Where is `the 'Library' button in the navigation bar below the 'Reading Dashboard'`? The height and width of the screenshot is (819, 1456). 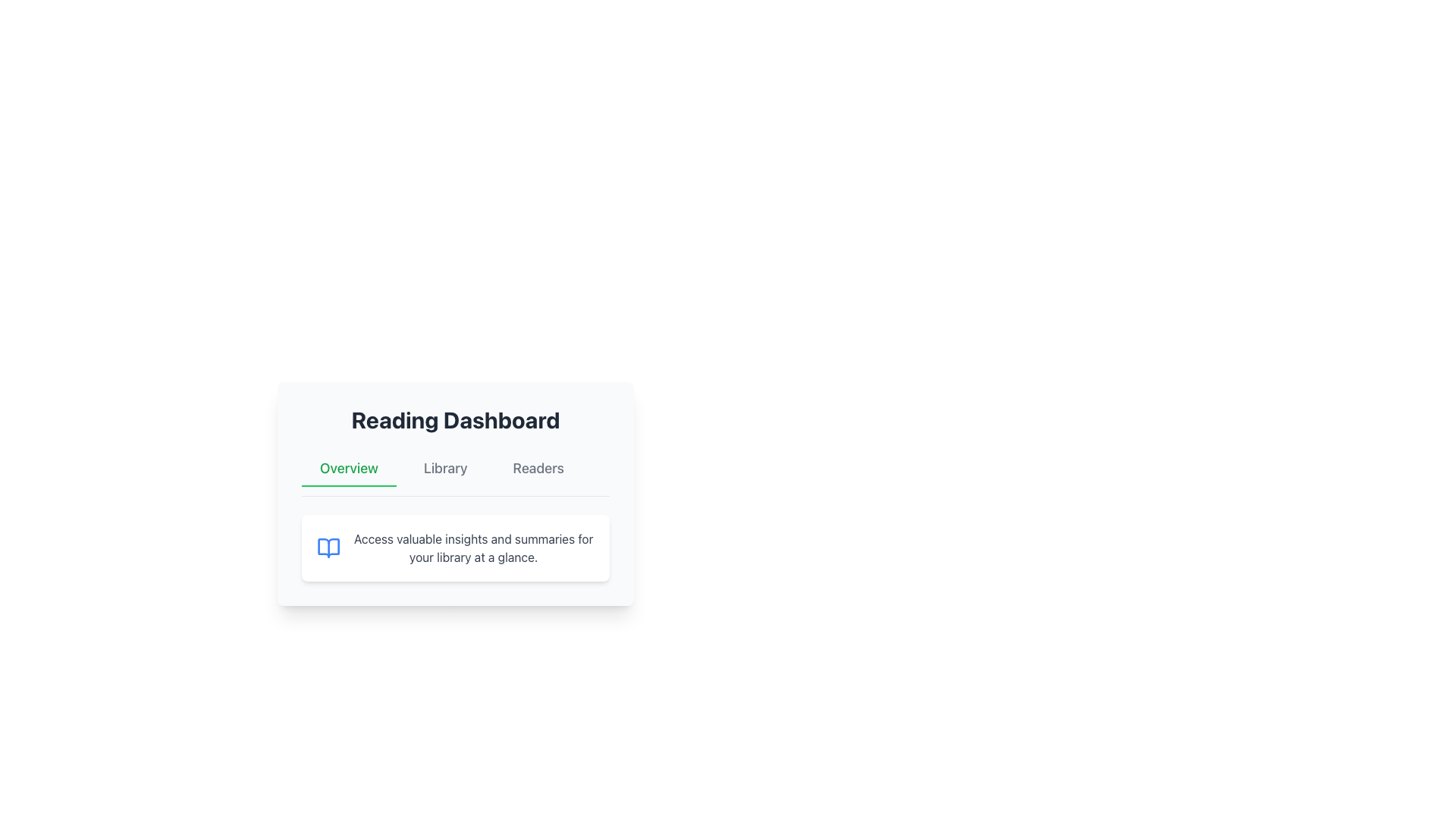 the 'Library' button in the navigation bar below the 'Reading Dashboard' is located at coordinates (444, 468).